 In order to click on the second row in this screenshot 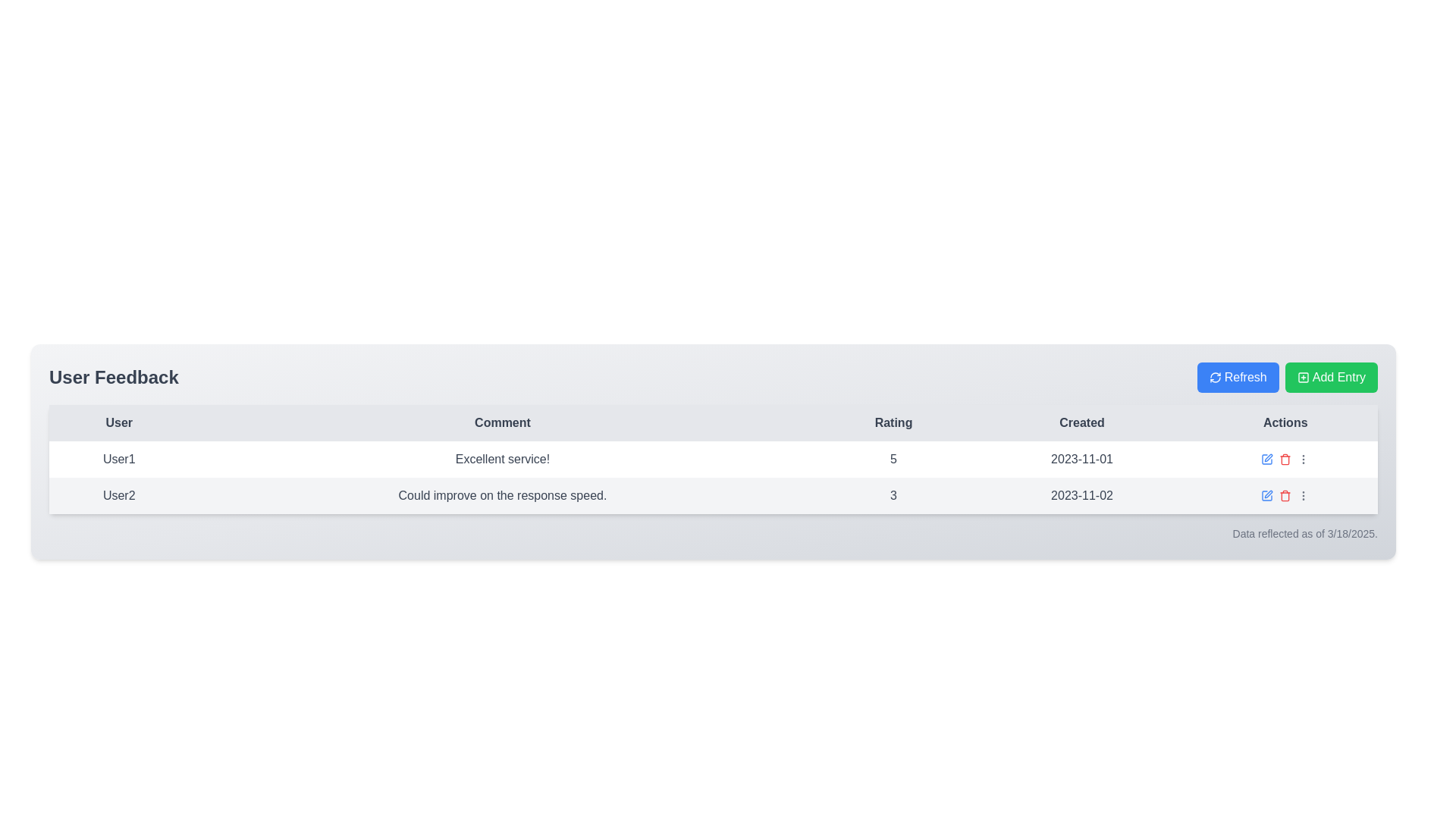, I will do `click(712, 496)`.